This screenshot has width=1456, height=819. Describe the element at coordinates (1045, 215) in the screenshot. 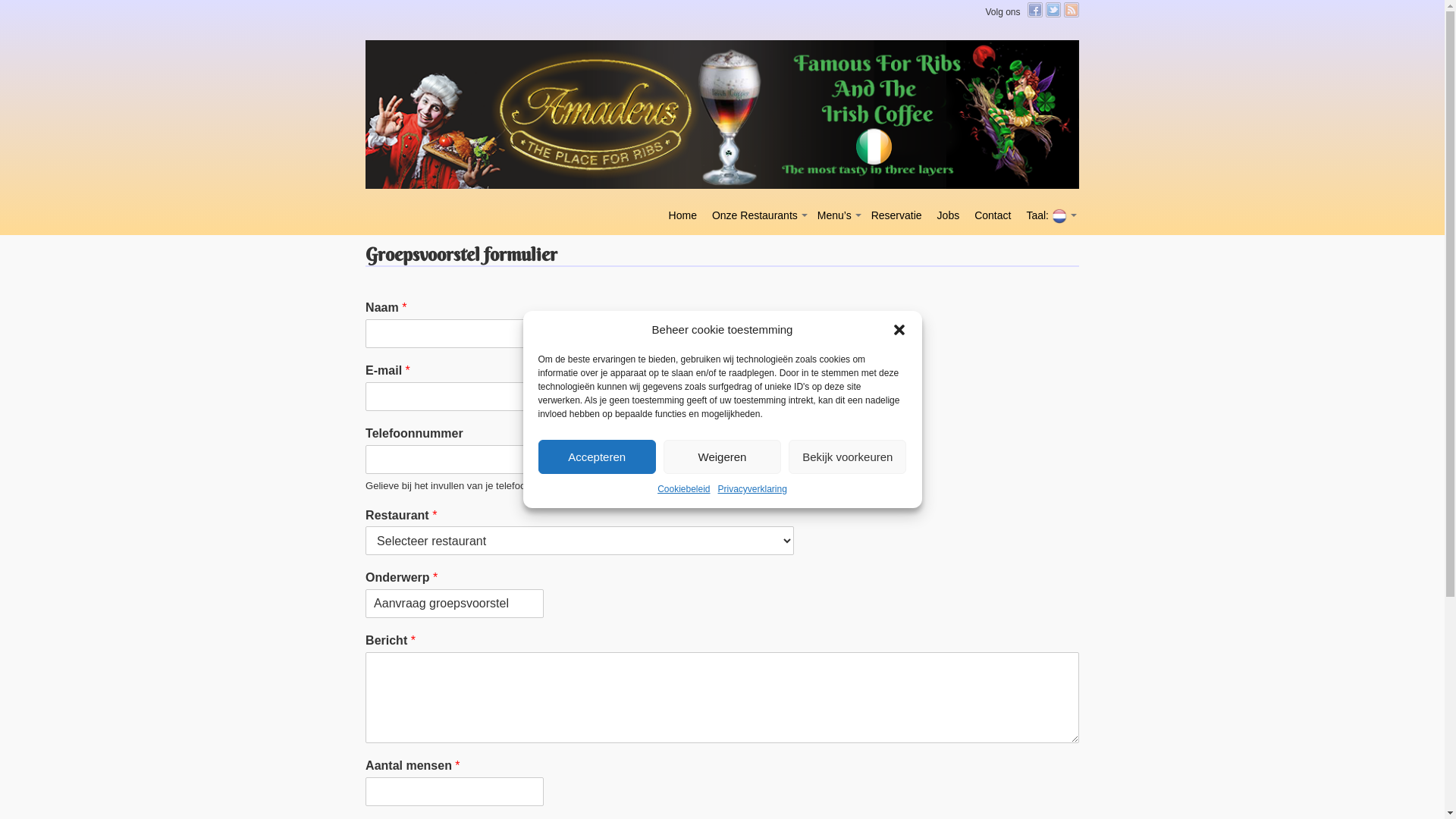

I see `'Taal: '` at that location.